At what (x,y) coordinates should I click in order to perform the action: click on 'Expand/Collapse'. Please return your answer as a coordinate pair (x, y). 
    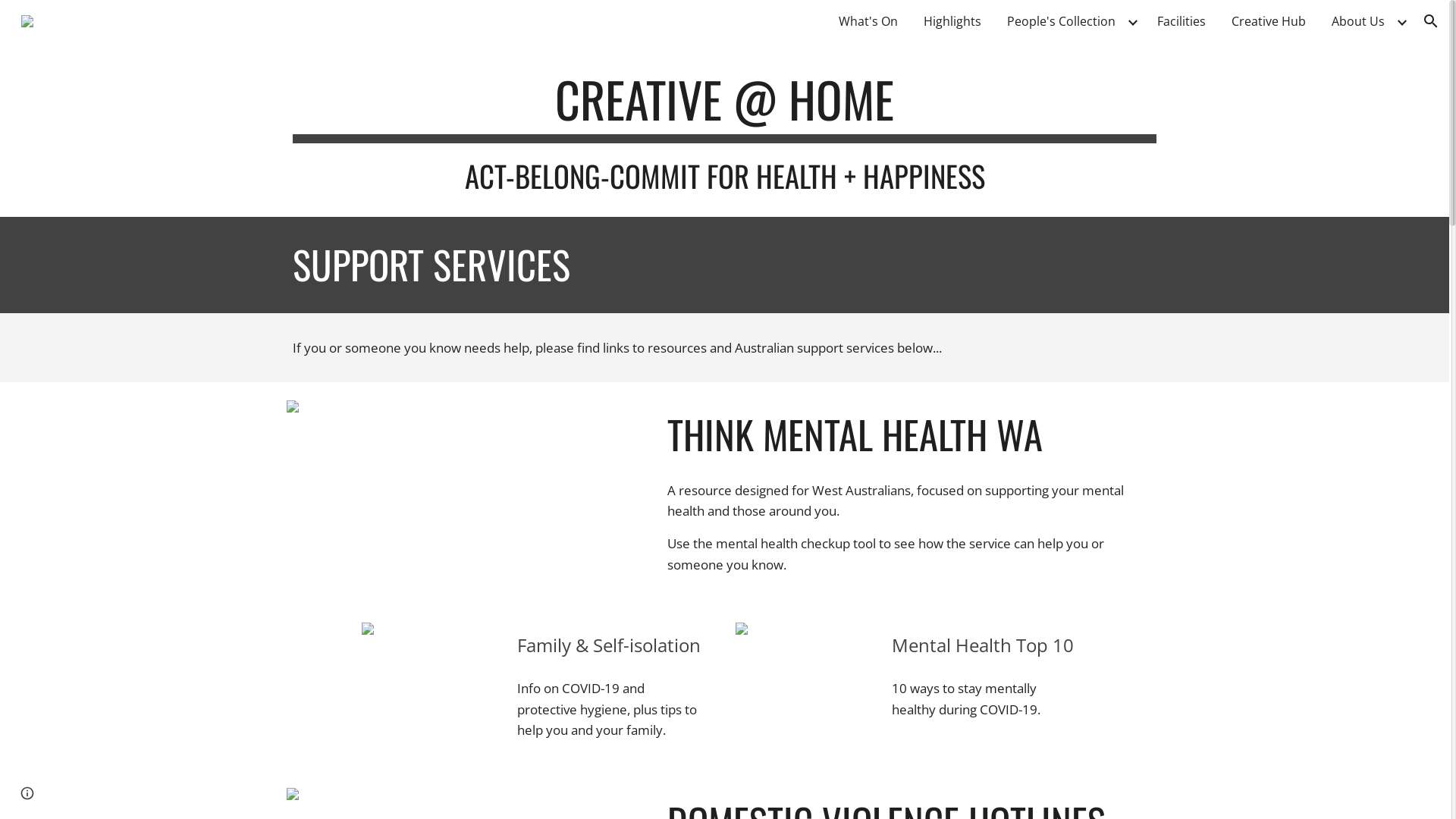
    Looking at the image, I should click on (1401, 20).